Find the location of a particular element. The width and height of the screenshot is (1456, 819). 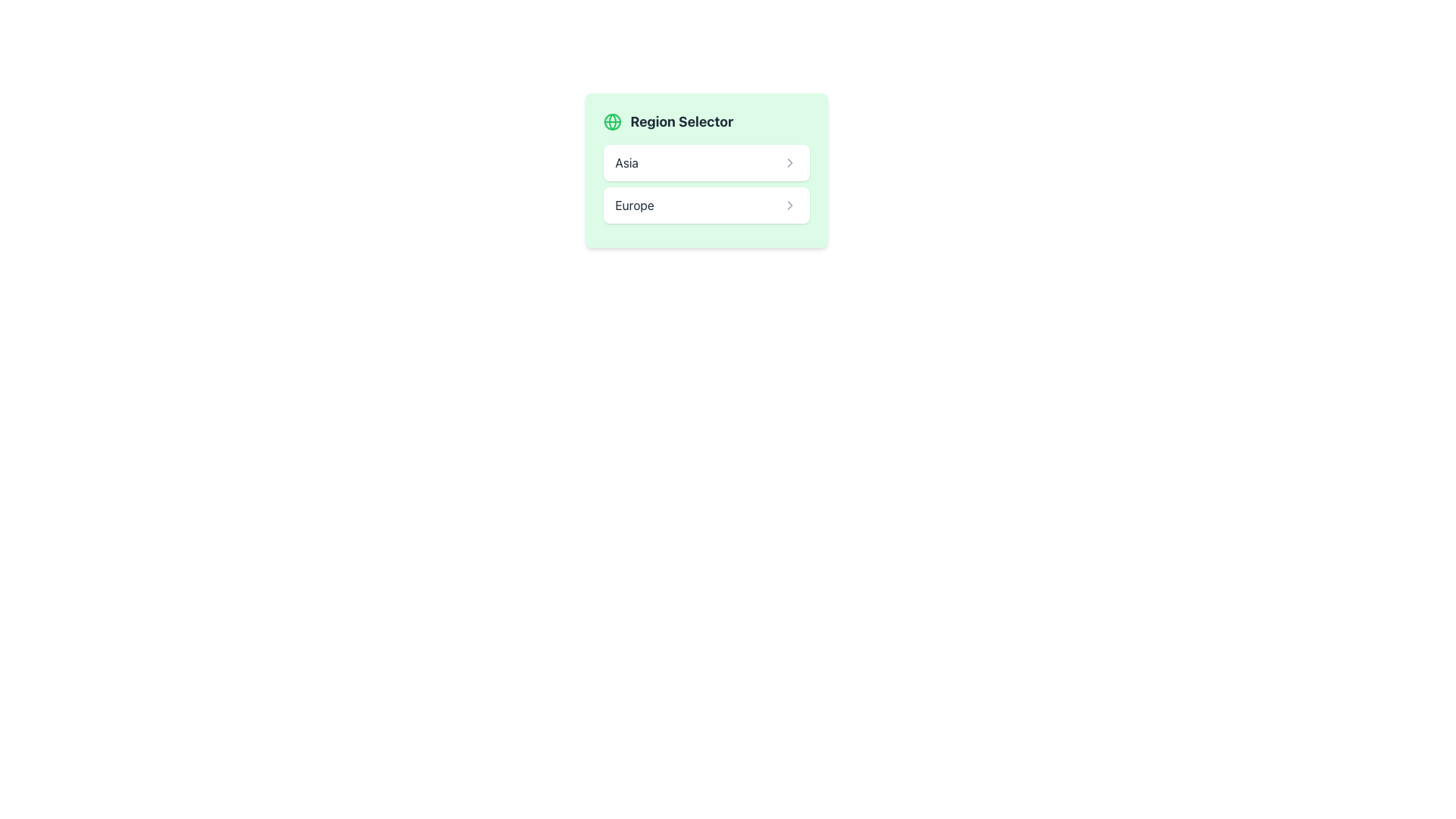

the first selection button within the green background panel titled 'Region Selector' is located at coordinates (705, 170).